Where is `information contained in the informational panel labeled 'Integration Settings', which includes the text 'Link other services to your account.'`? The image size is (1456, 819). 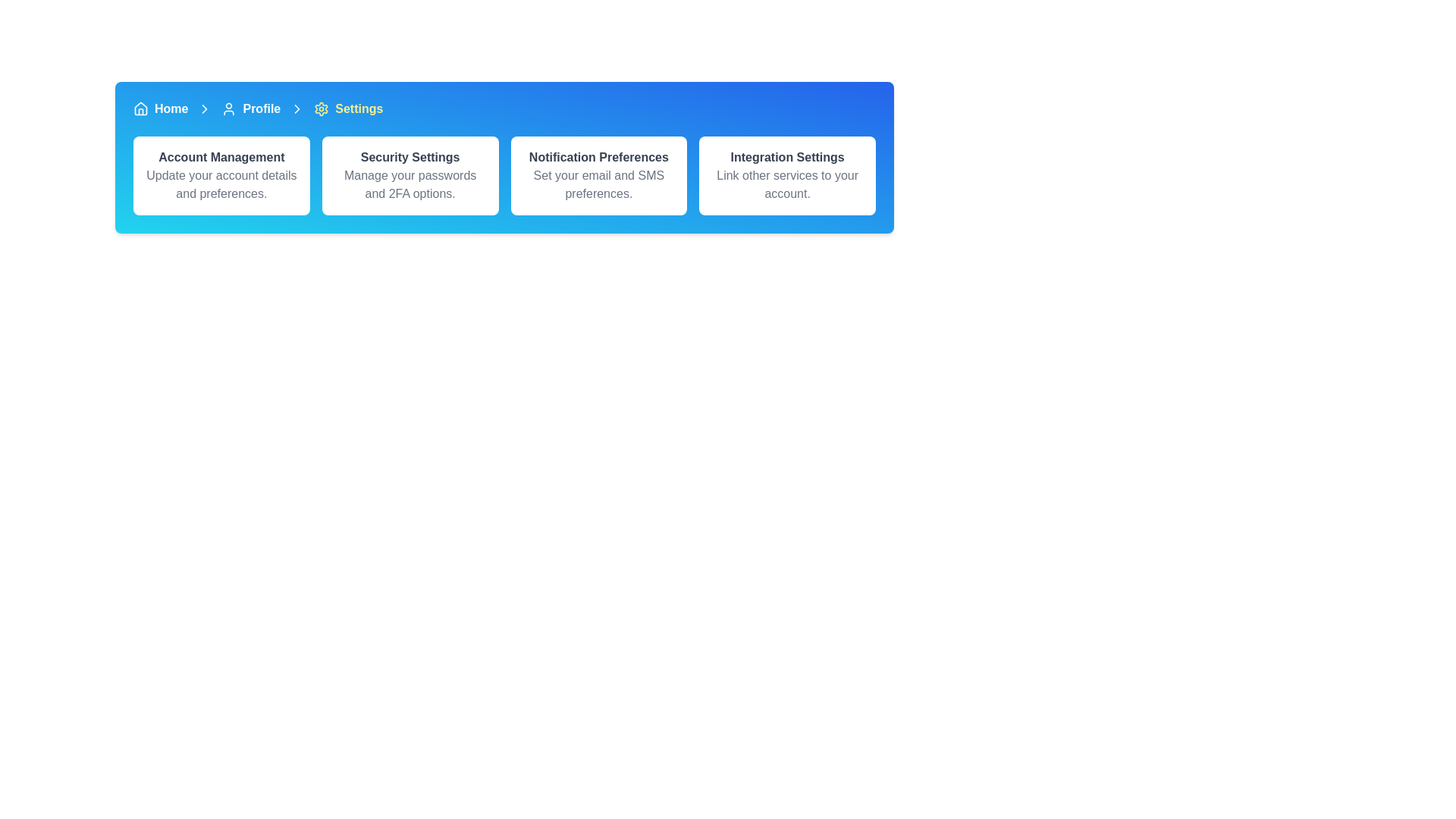
information contained in the informational panel labeled 'Integration Settings', which includes the text 'Link other services to your account.' is located at coordinates (787, 174).